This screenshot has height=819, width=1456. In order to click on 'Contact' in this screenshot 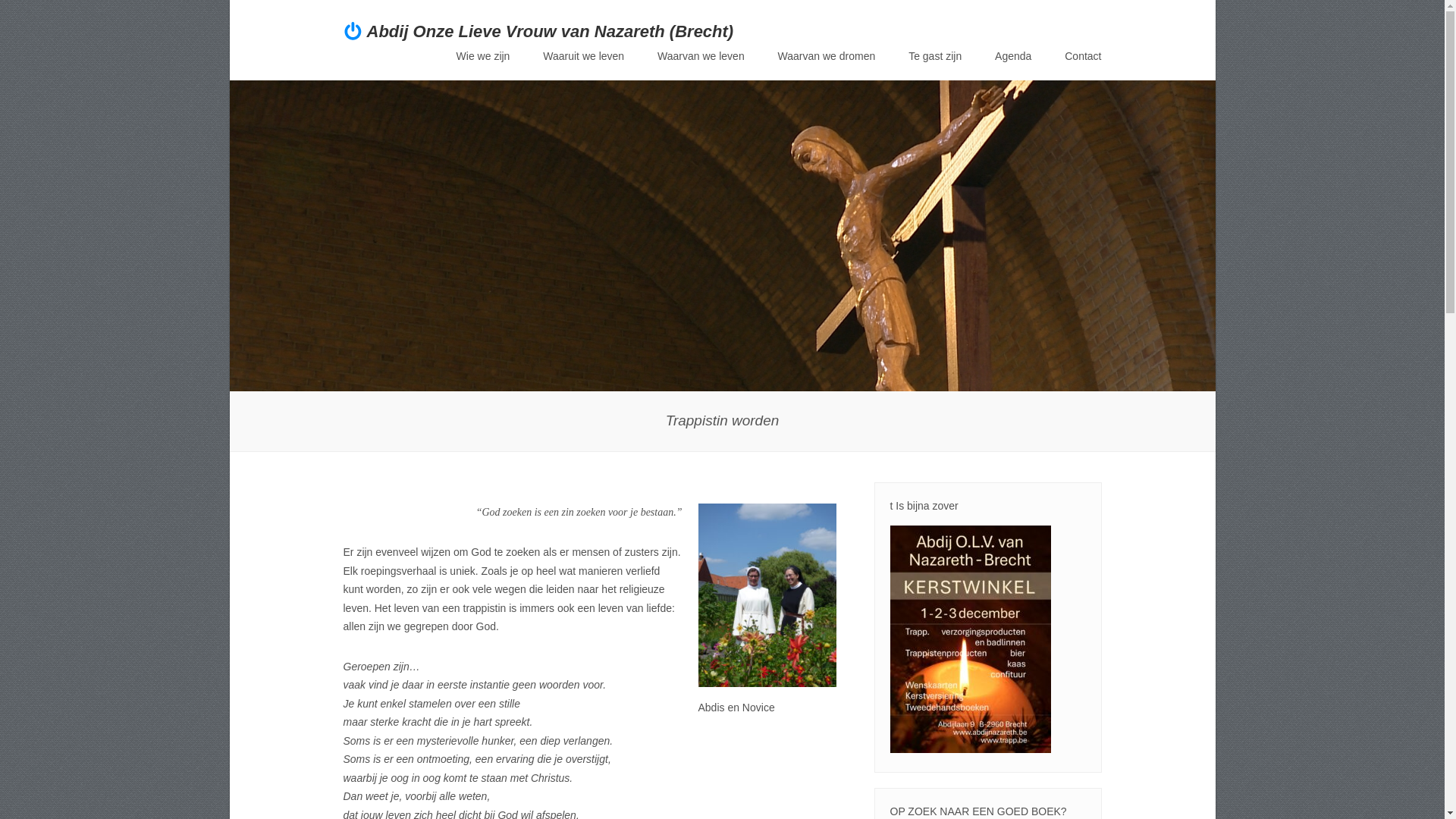, I will do `click(1081, 55)`.